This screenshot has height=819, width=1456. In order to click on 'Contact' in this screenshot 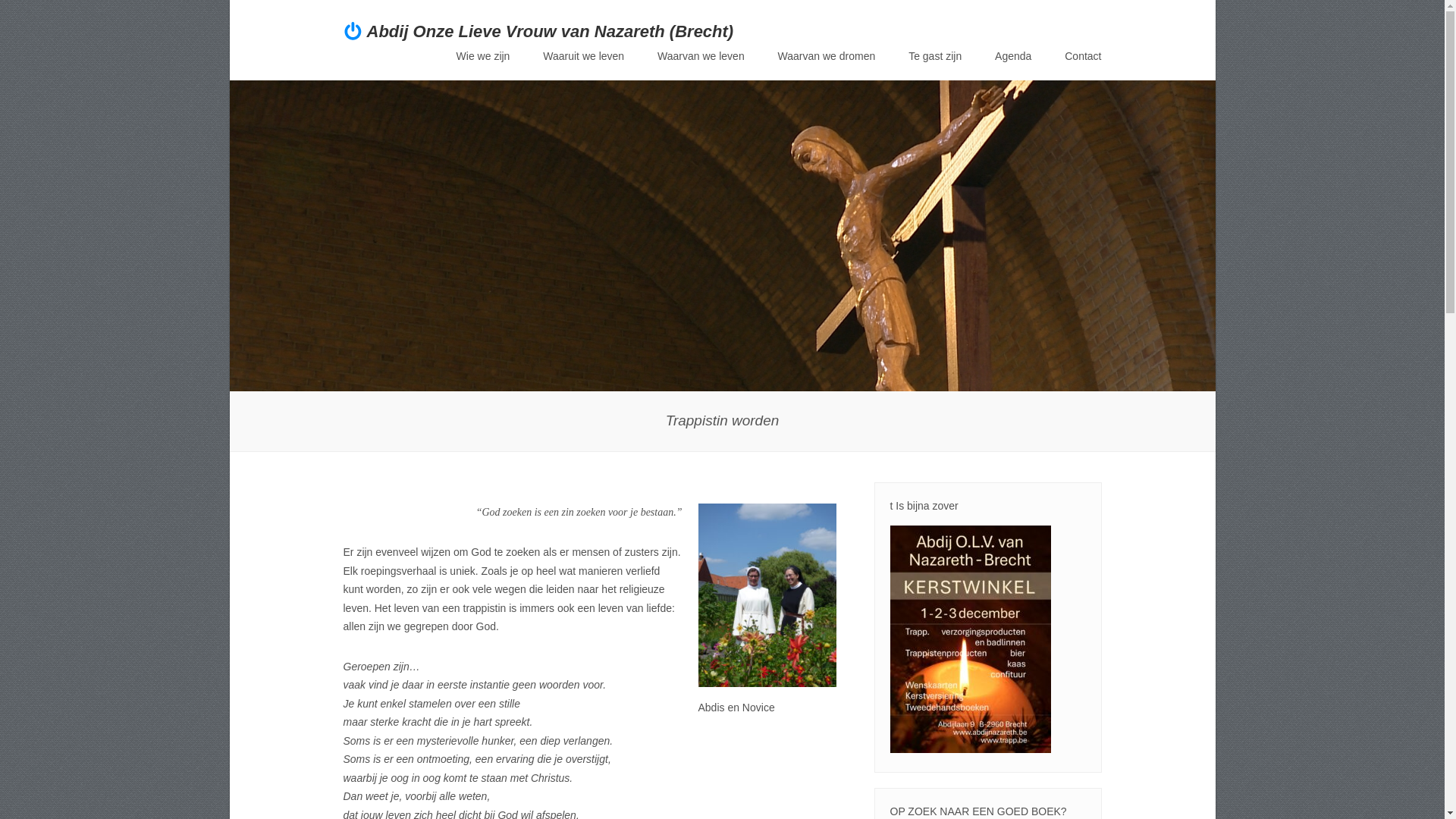, I will do `click(1081, 55)`.